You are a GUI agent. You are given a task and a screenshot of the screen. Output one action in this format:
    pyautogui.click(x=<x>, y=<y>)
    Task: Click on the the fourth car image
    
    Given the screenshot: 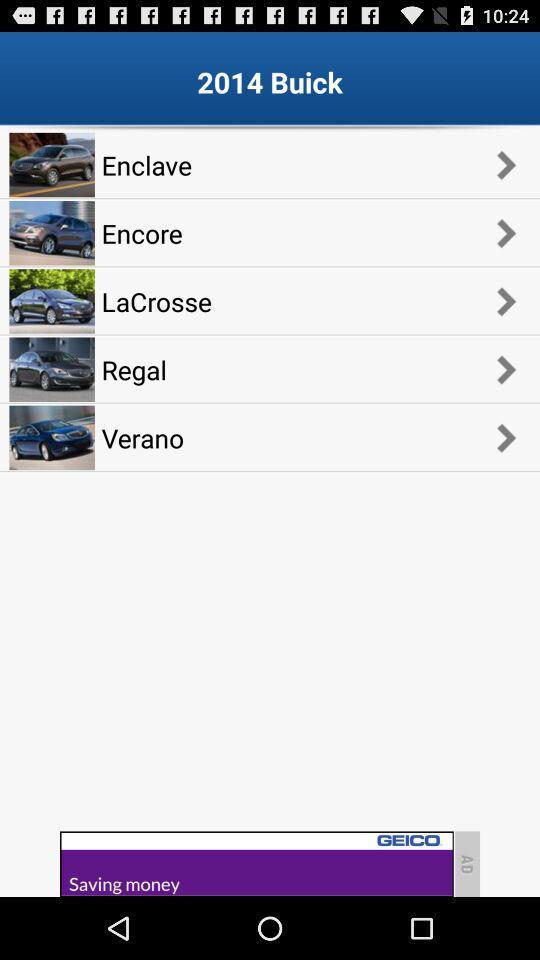 What is the action you would take?
    pyautogui.click(x=52, y=368)
    